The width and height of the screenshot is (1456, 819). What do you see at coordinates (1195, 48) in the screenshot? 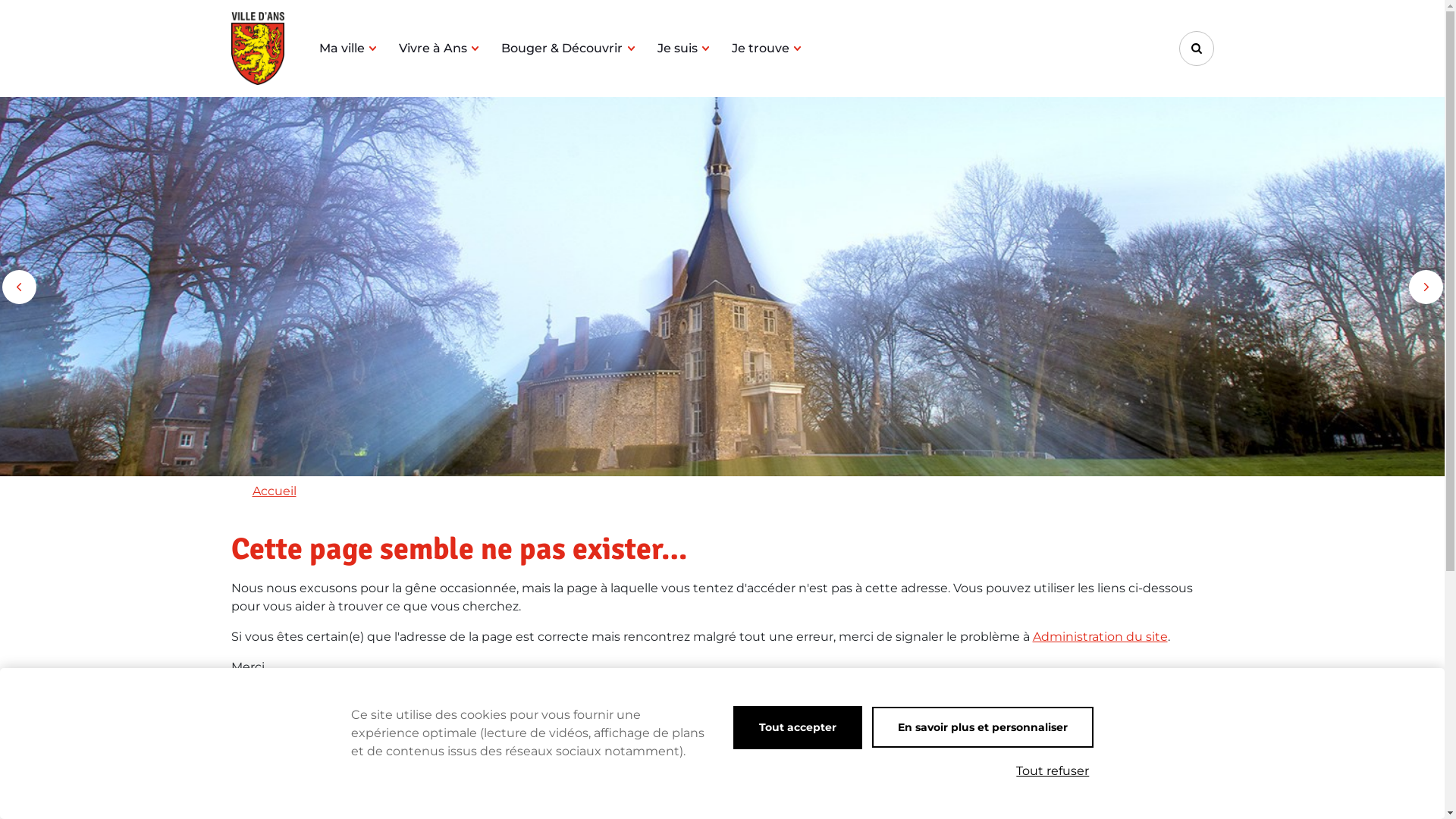
I see `'Rechercher'` at bounding box center [1195, 48].